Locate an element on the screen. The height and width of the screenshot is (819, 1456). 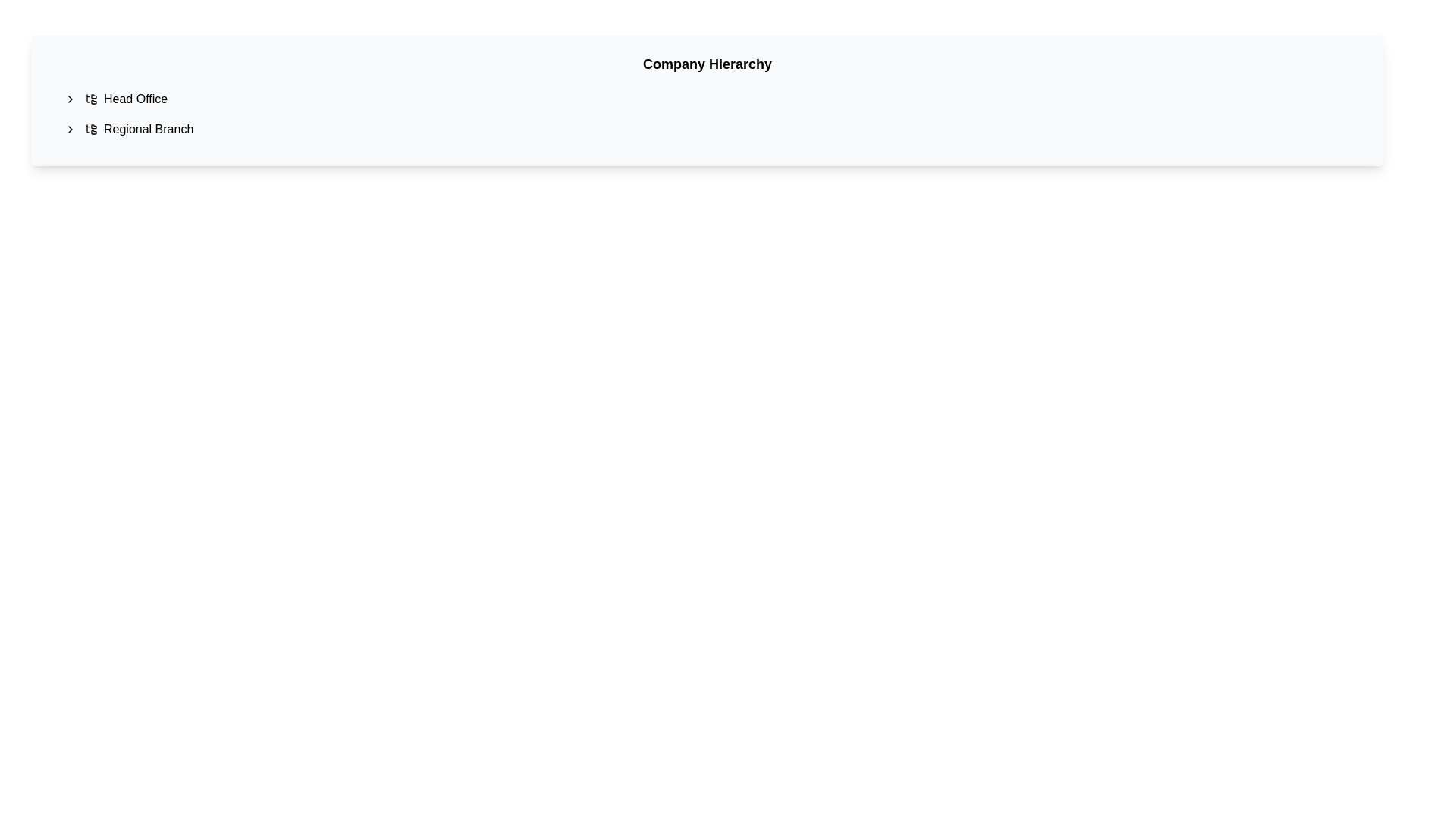
the chevron icon button located to the left of the 'Regional Branch' text label in the hierarchical list is located at coordinates (69, 99).